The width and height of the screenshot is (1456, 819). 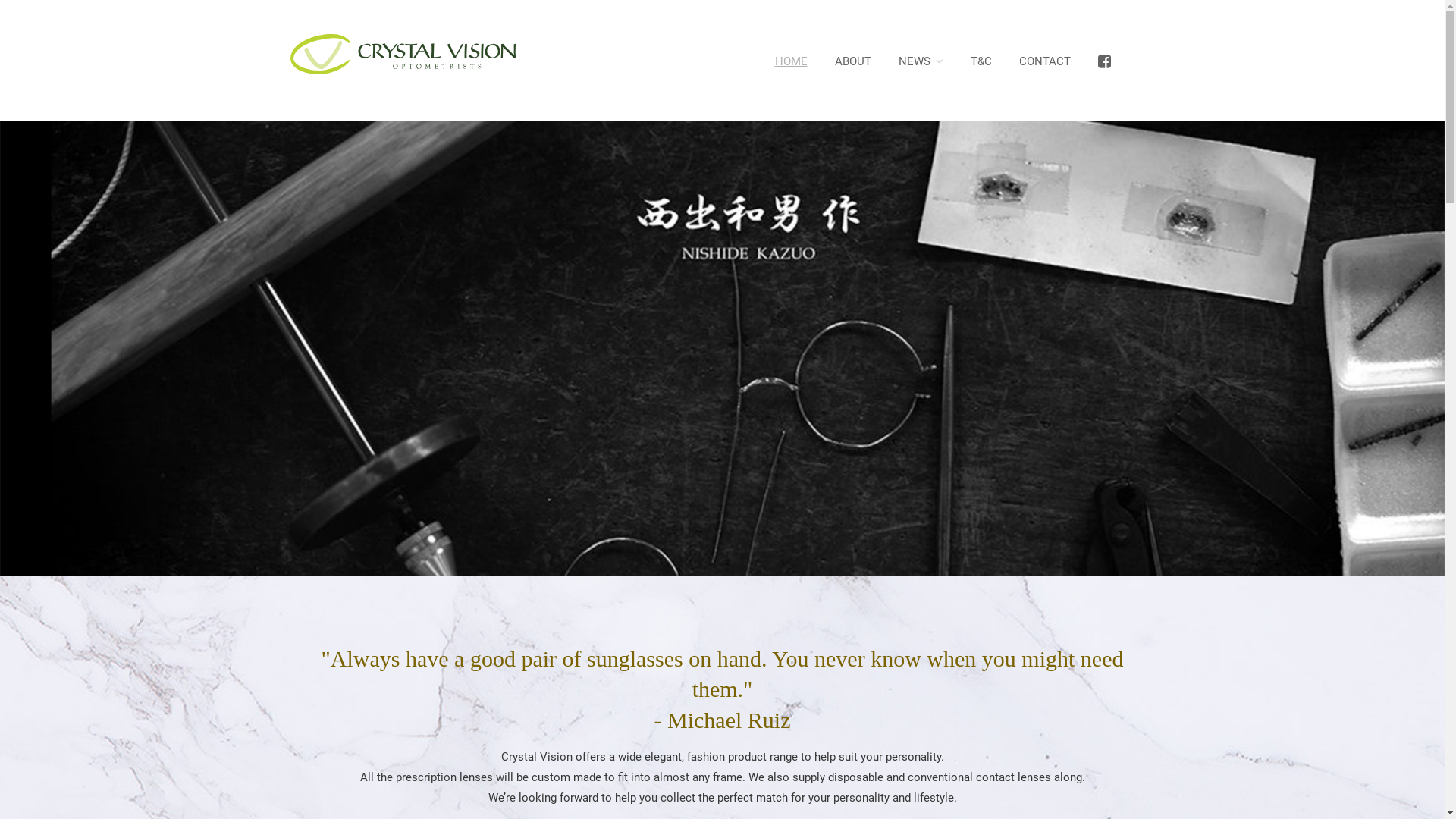 What do you see at coordinates (1043, 61) in the screenshot?
I see `'CONTACT'` at bounding box center [1043, 61].